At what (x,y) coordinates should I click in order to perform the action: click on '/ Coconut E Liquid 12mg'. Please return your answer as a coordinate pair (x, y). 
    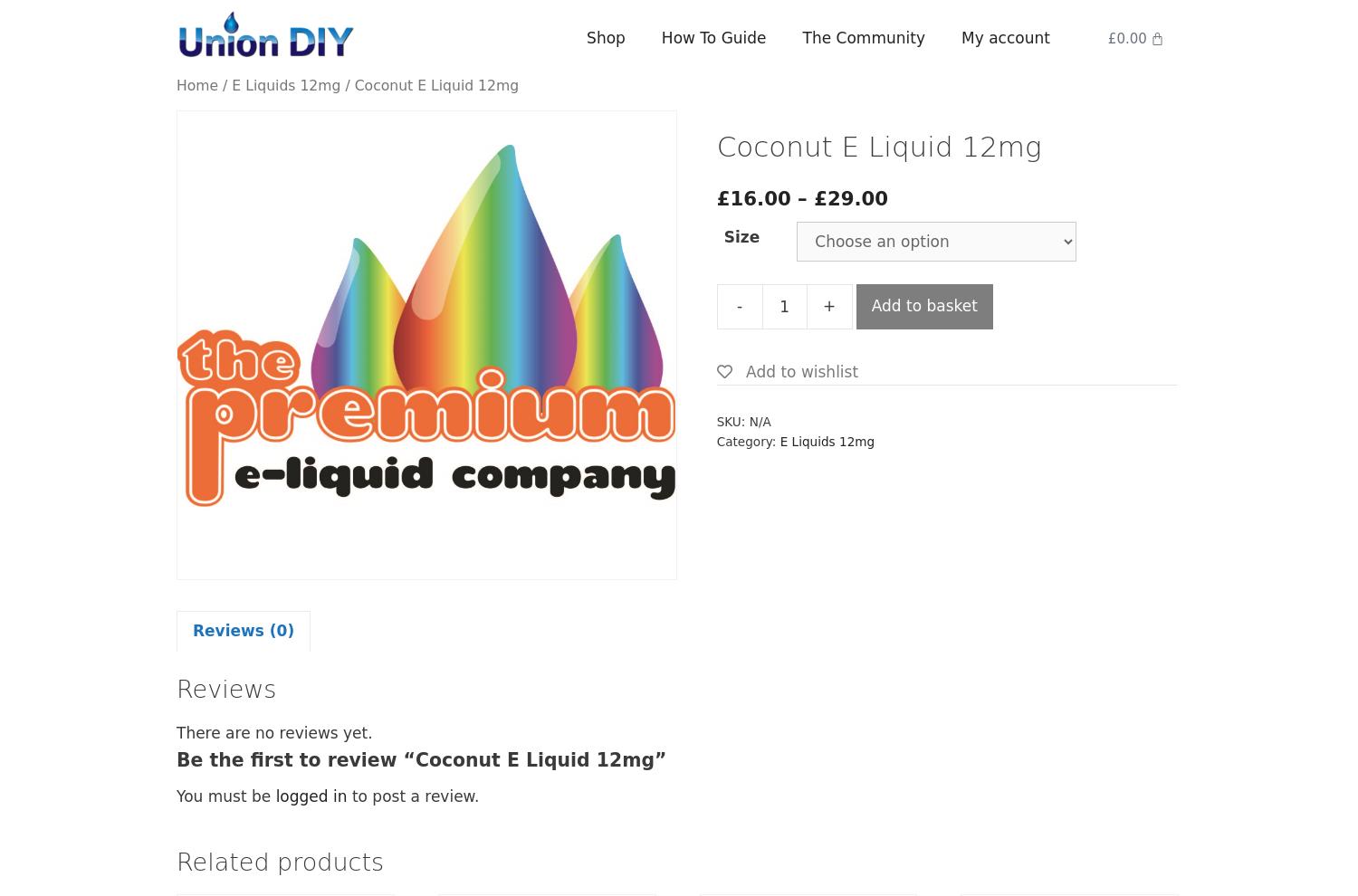
    Looking at the image, I should click on (340, 84).